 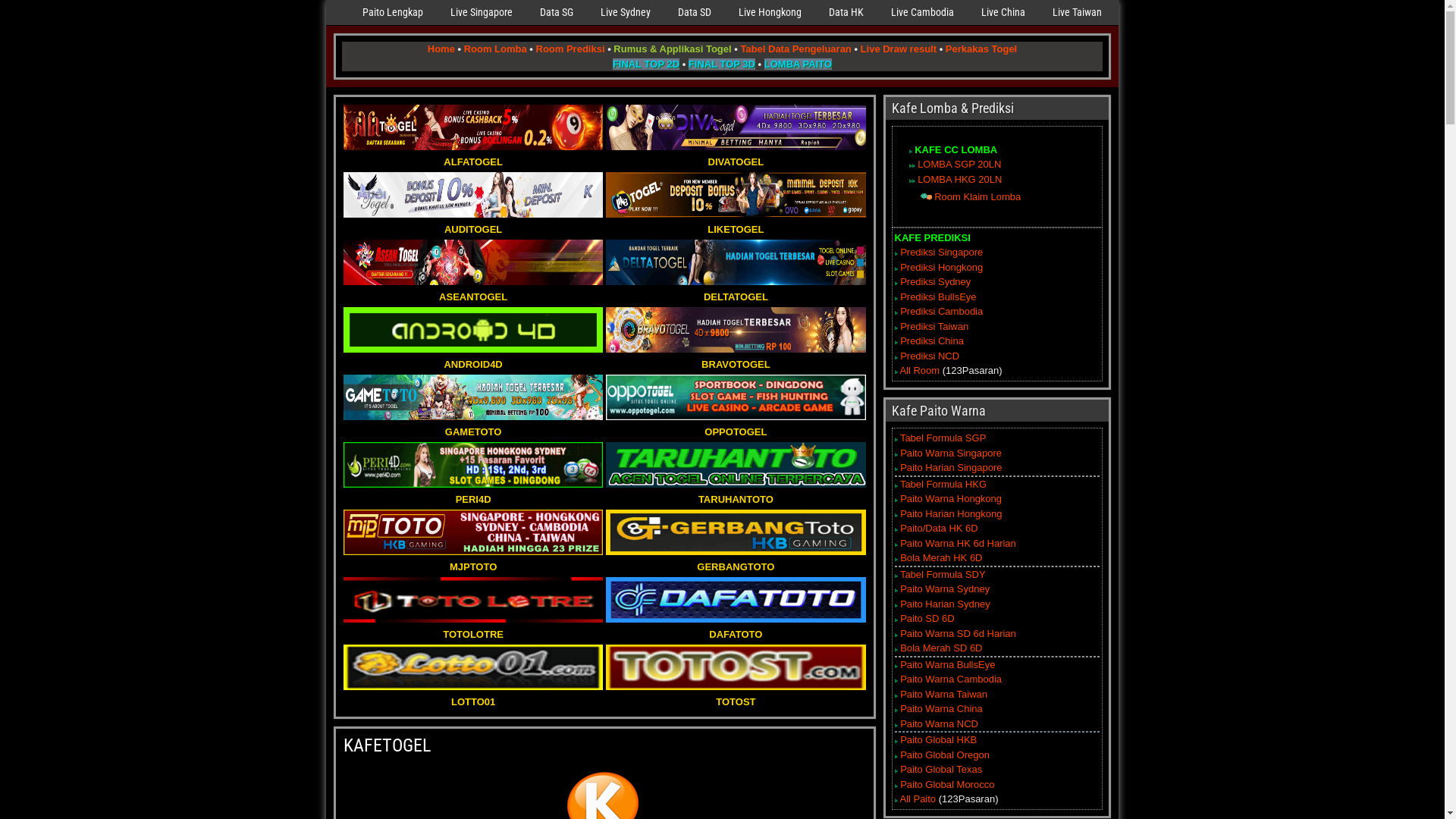 What do you see at coordinates (942, 438) in the screenshot?
I see `'Tabel Formula SGP'` at bounding box center [942, 438].